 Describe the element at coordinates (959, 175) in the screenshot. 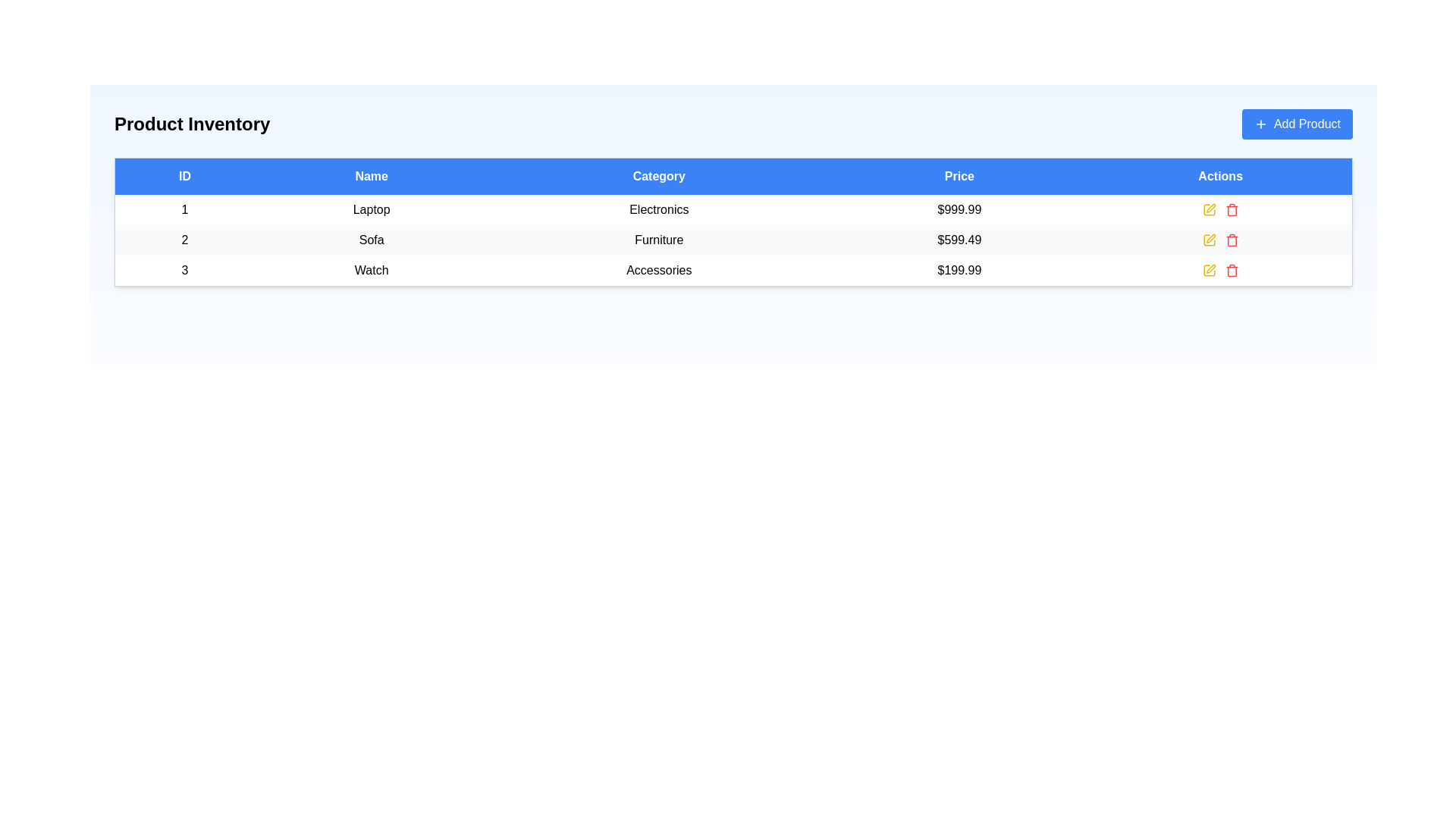

I see `the 'Price' table header cell, which is the fourth column in the header row of the table, distinguished by its blue background and white text` at that location.